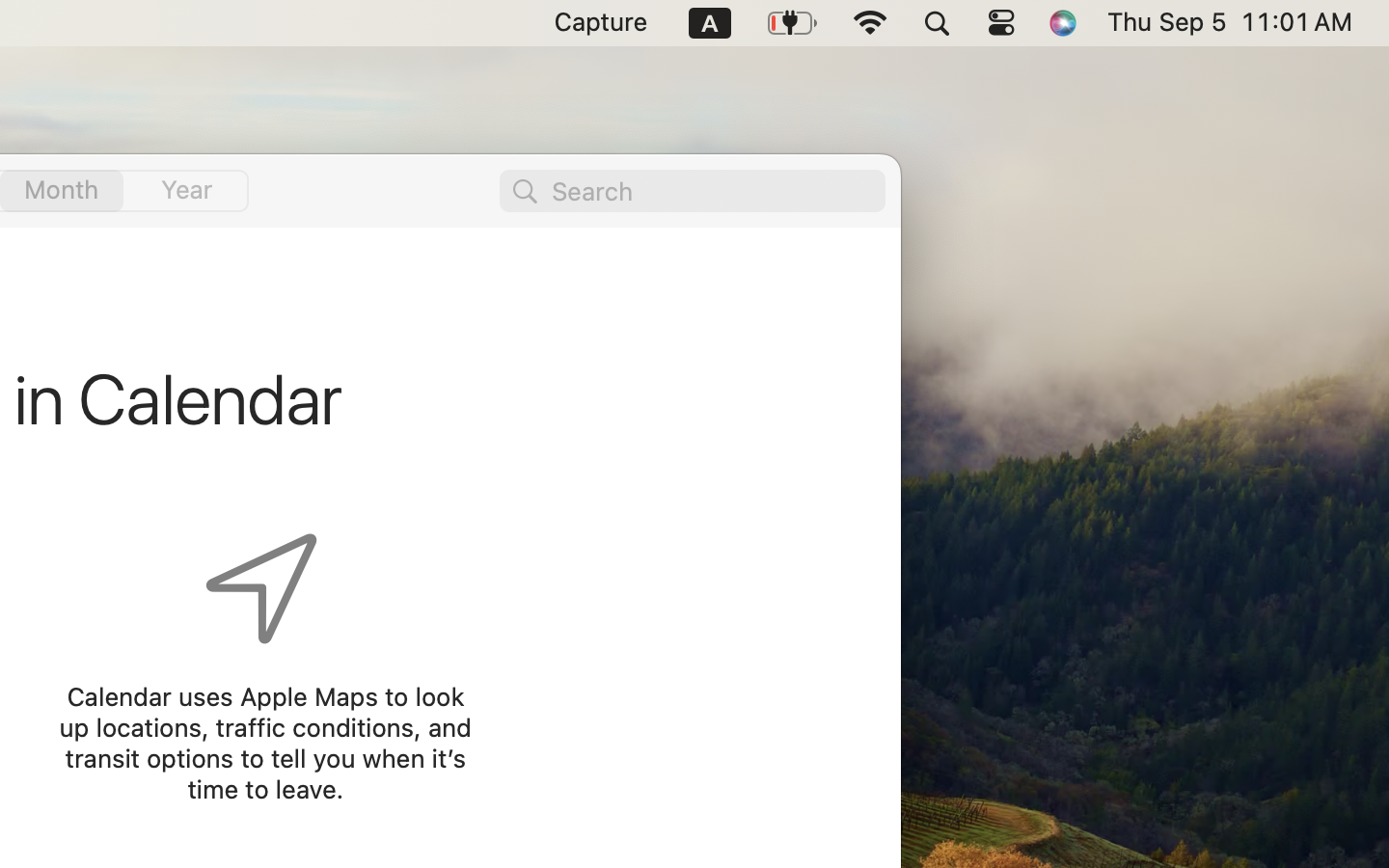  Describe the element at coordinates (264, 742) in the screenshot. I see `'Calendar uses Apple Maps to look up locations, traffic conditions, and transit options to tell you when it’s time to leave.'` at that location.